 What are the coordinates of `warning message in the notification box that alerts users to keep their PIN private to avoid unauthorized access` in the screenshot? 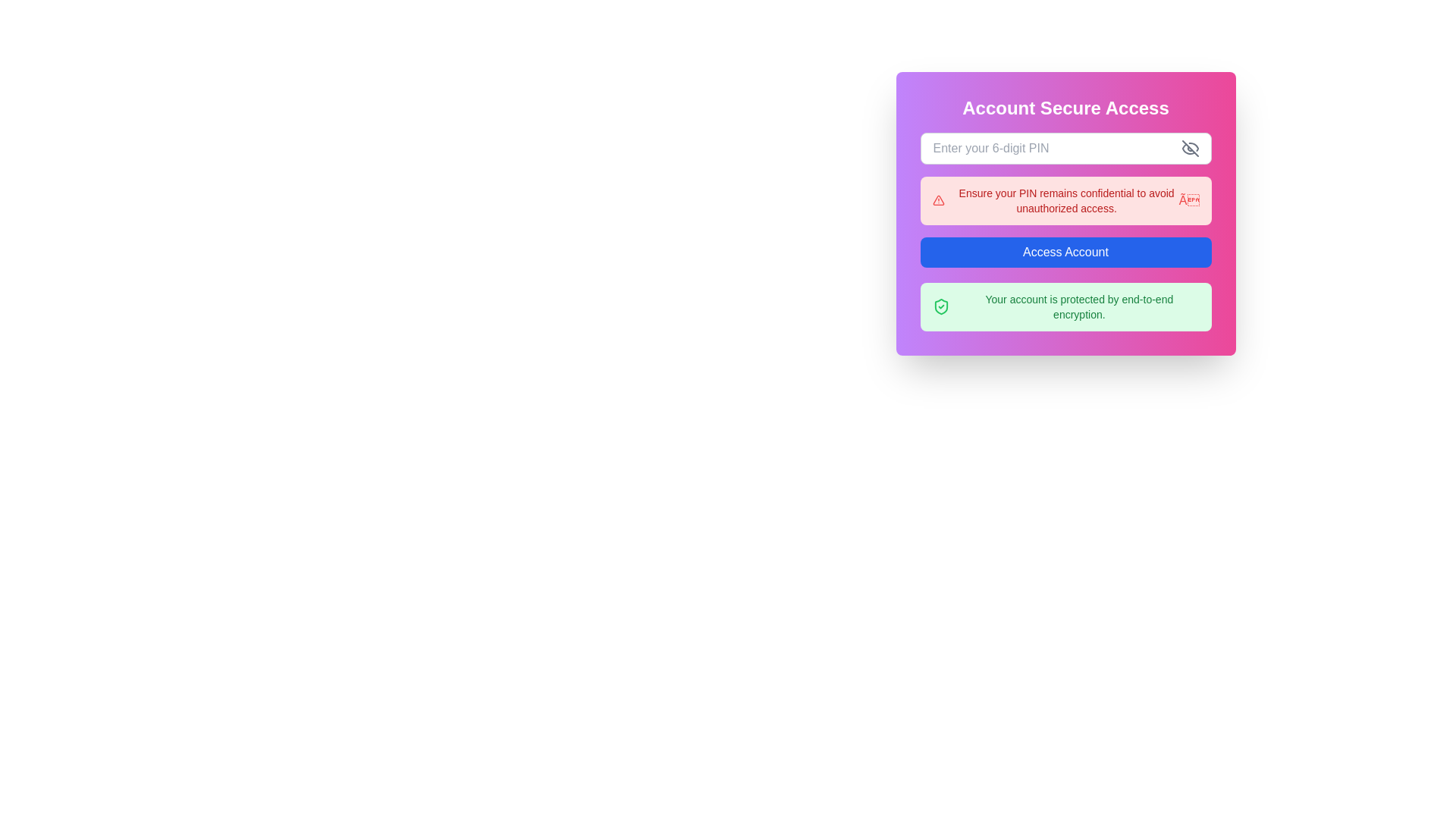 It's located at (1065, 213).